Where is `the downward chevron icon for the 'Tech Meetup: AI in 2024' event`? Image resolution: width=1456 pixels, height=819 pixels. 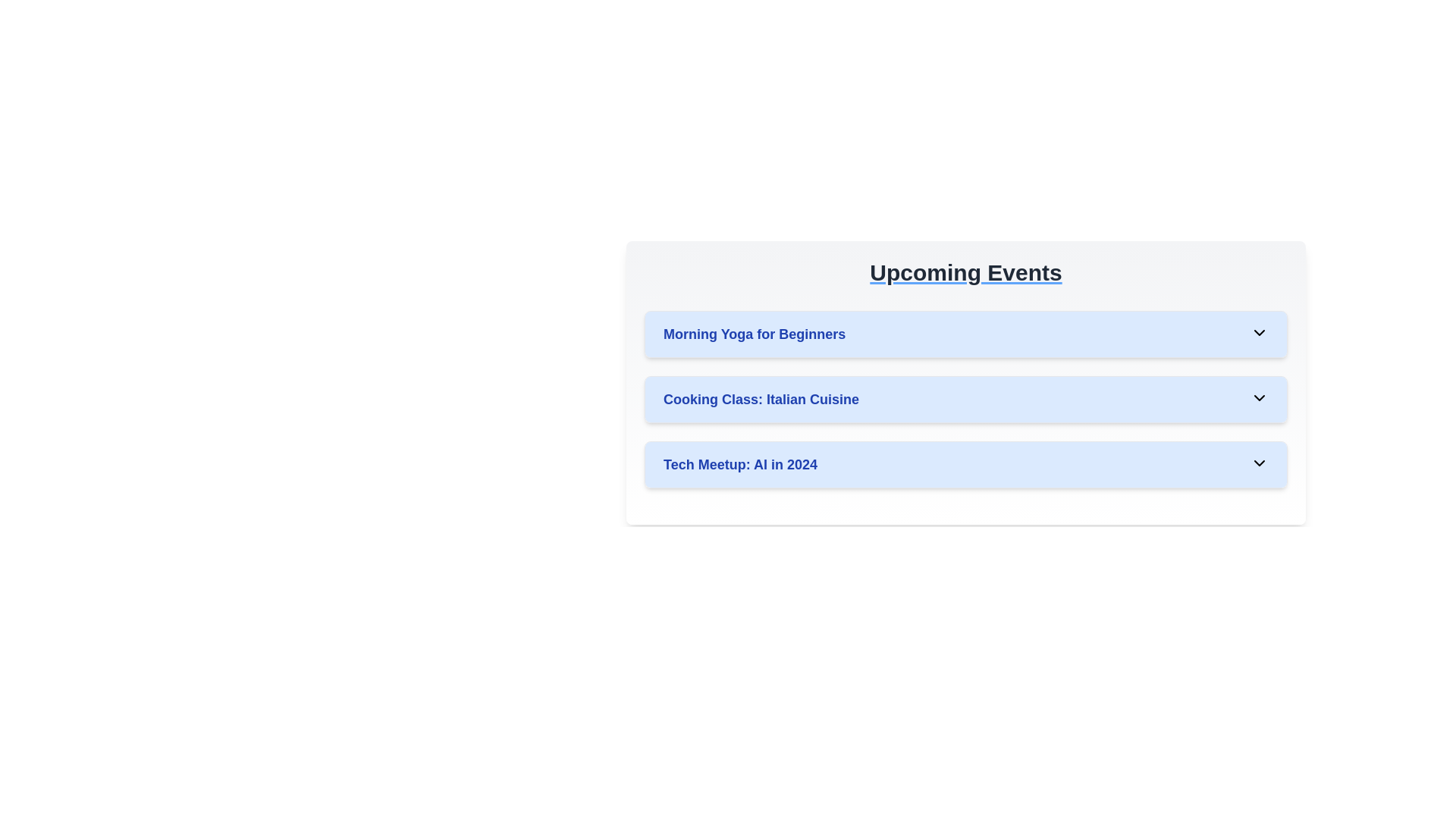
the downward chevron icon for the 'Tech Meetup: AI in 2024' event is located at coordinates (1259, 462).